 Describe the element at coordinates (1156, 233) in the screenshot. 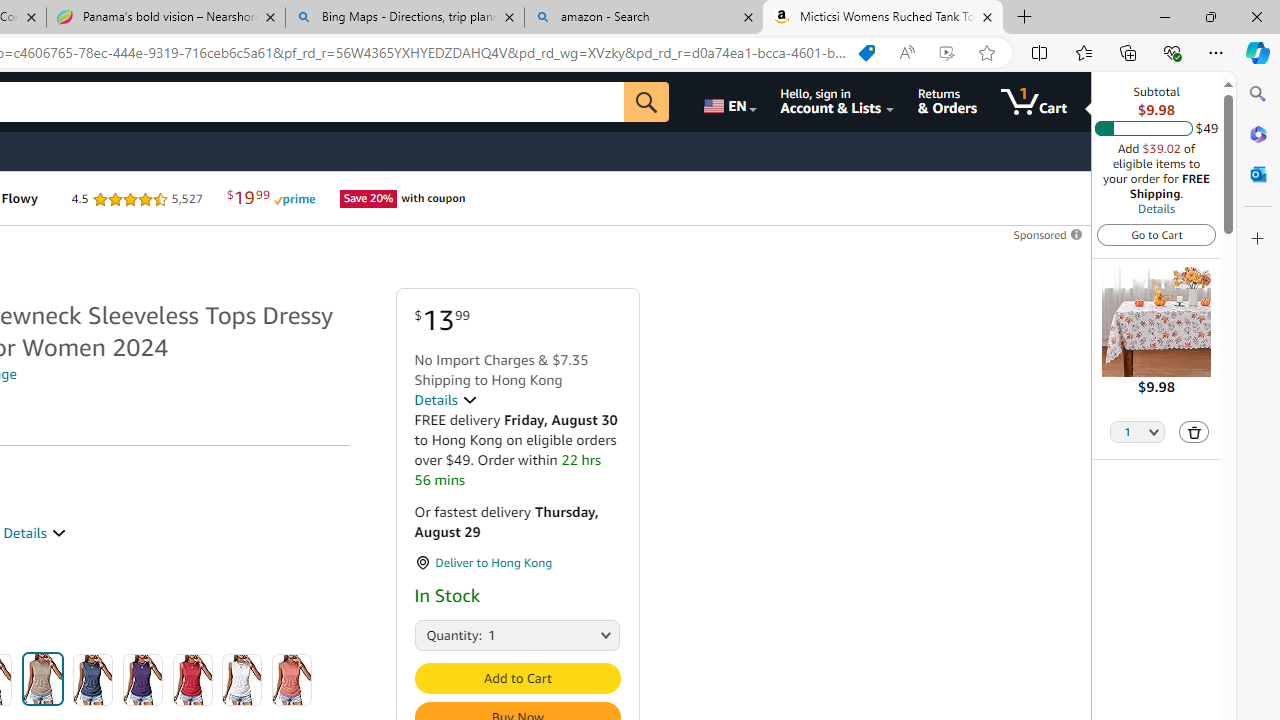

I see `'Go to Cart'` at that location.